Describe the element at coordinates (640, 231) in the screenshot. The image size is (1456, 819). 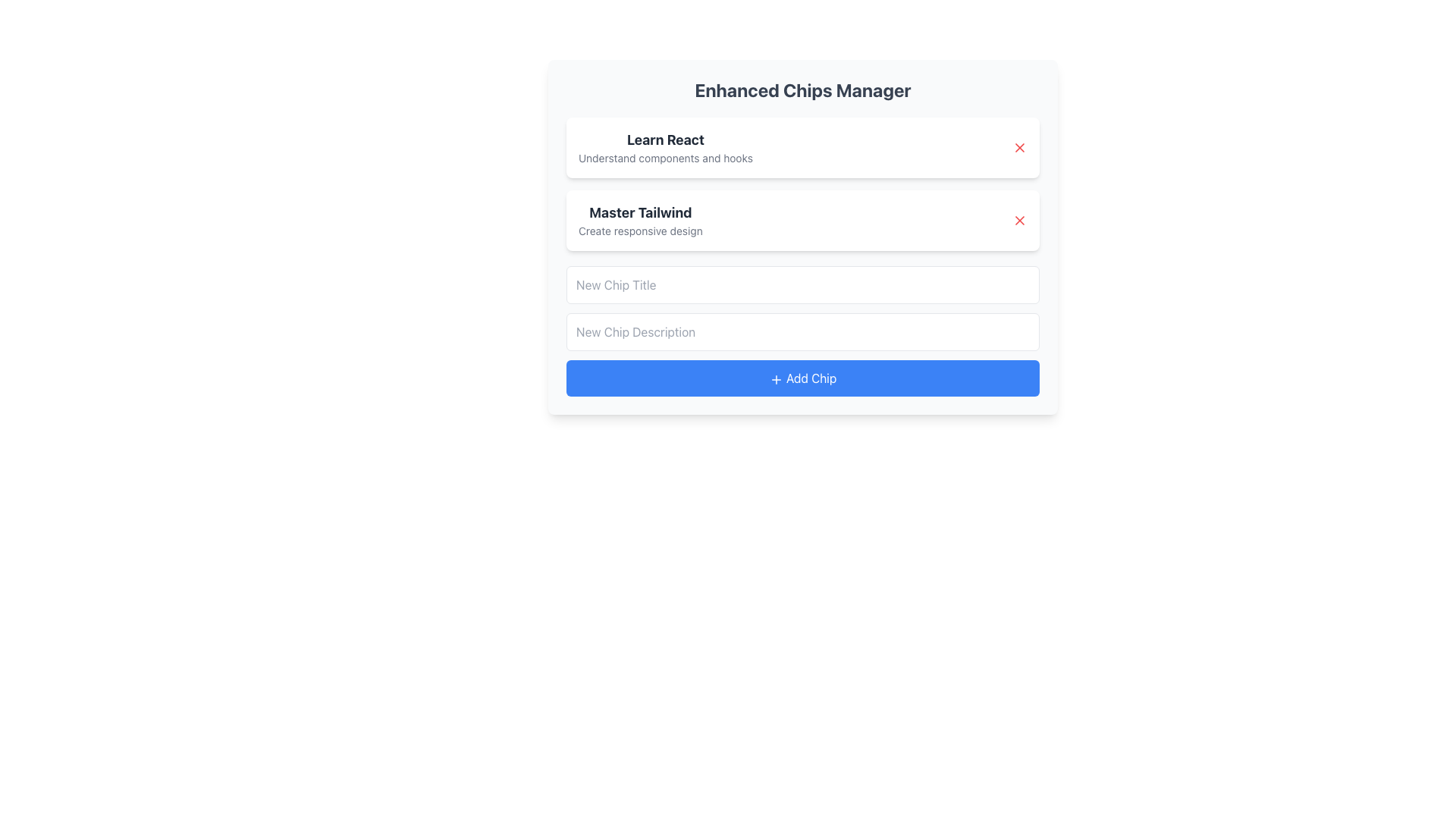
I see `the text label reading 'Create responsive design', which is styled in a smaller gray font and located directly beneath the heading 'Master Tailwind'` at that location.